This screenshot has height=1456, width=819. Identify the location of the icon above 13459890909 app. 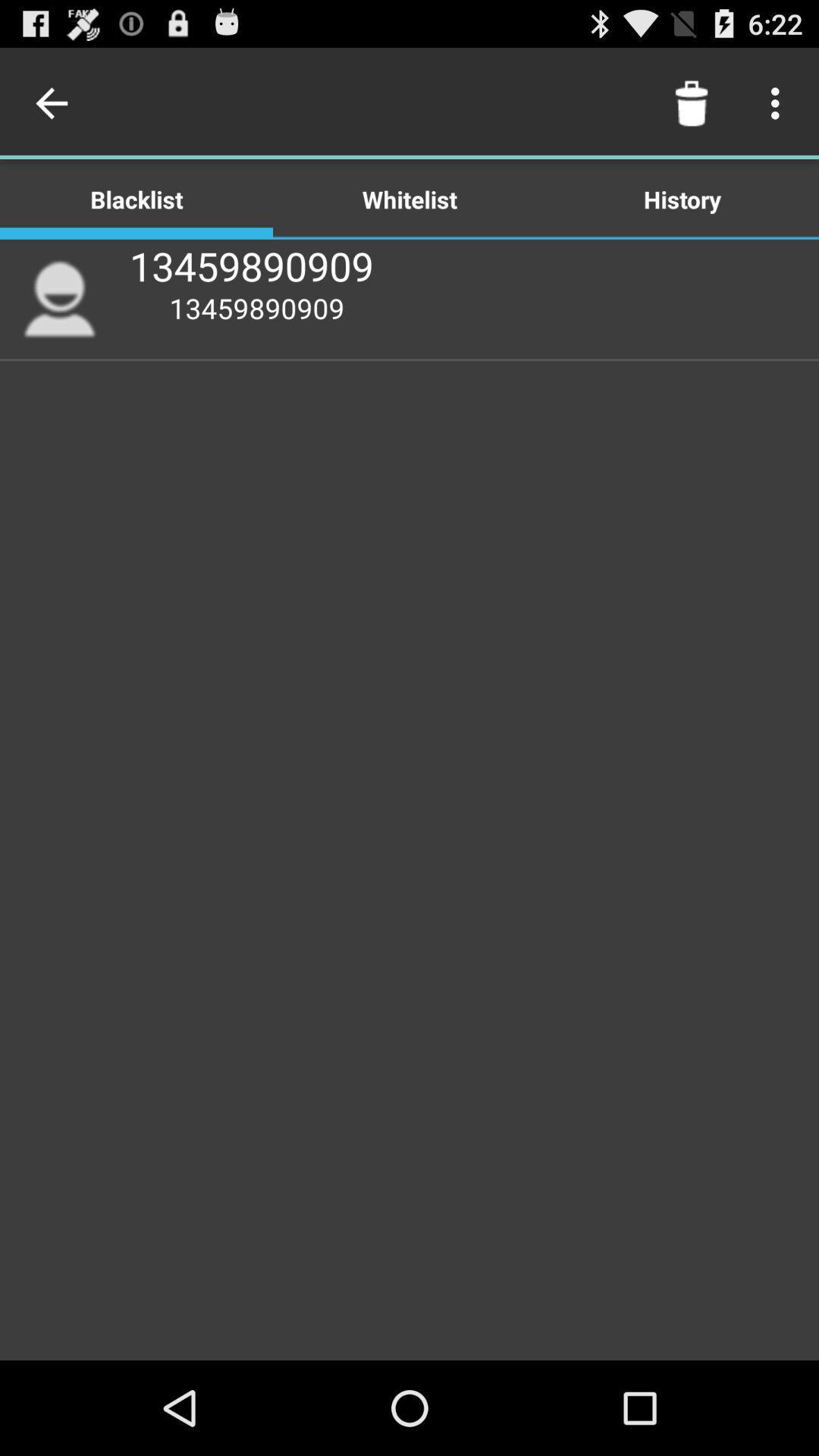
(409, 198).